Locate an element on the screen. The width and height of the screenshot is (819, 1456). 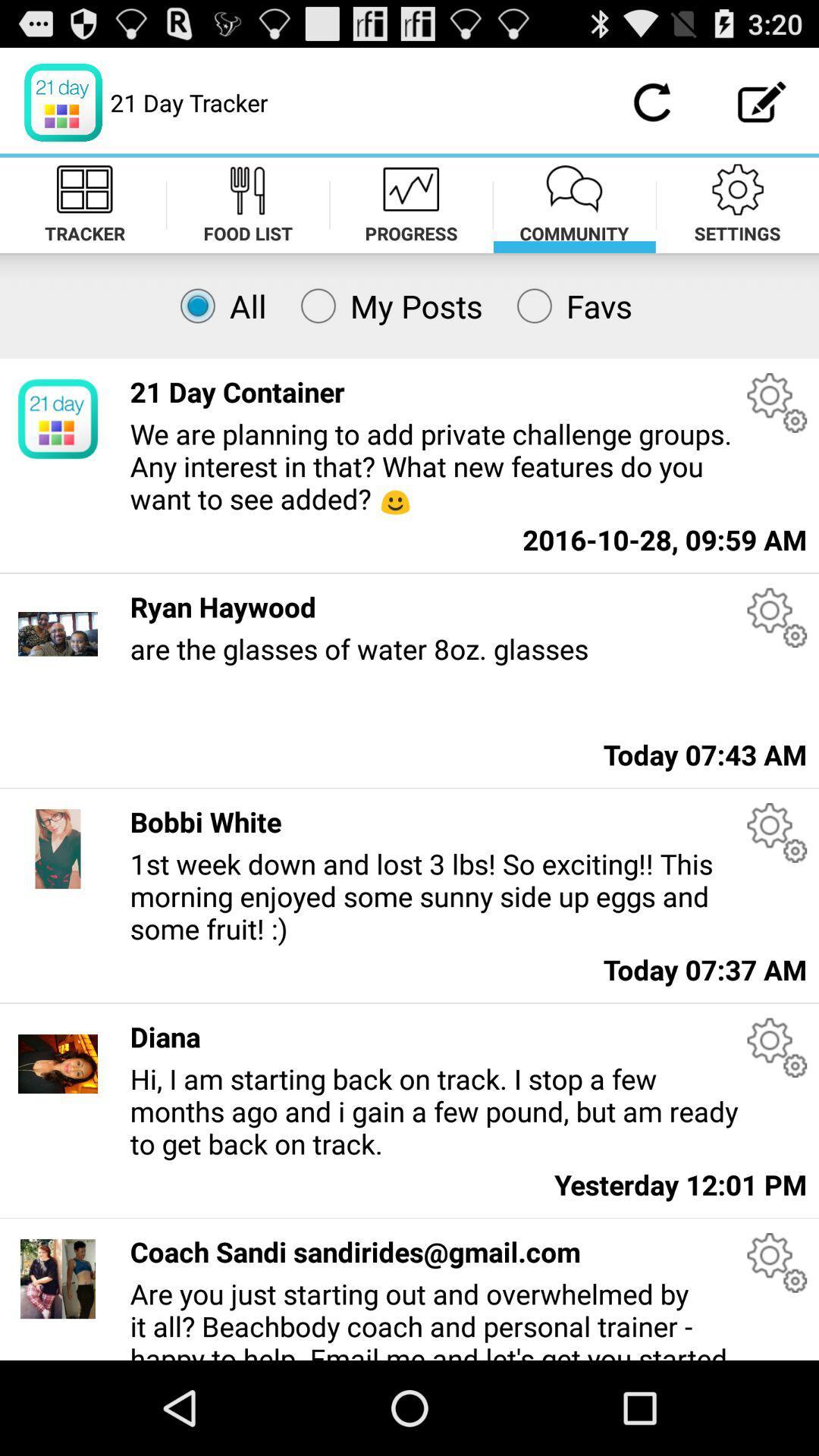
community post user settings is located at coordinates (777, 1263).